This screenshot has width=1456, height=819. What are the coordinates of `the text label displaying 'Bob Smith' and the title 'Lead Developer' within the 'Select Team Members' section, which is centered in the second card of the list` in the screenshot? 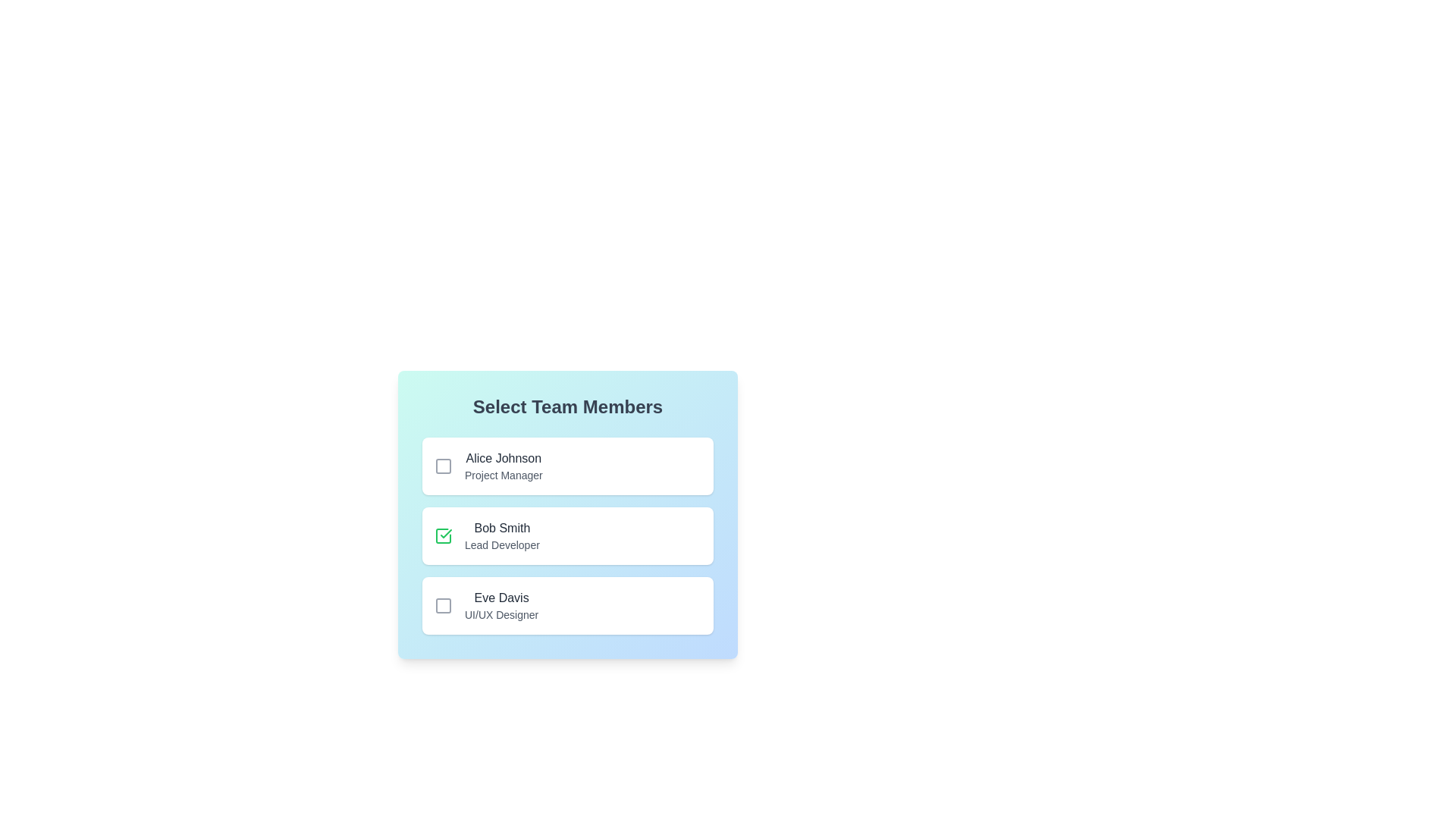 It's located at (502, 535).